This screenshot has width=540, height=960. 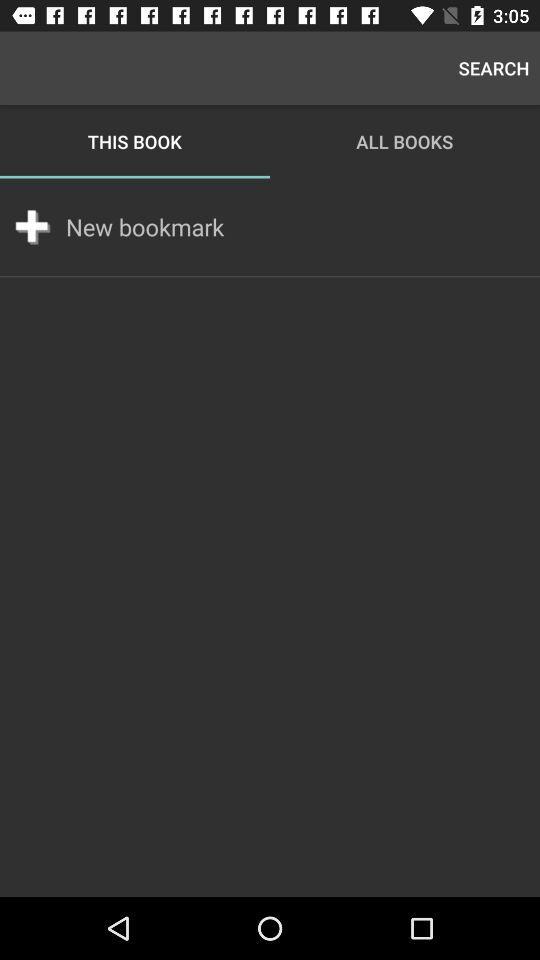 I want to click on new bookmark, so click(x=144, y=227).